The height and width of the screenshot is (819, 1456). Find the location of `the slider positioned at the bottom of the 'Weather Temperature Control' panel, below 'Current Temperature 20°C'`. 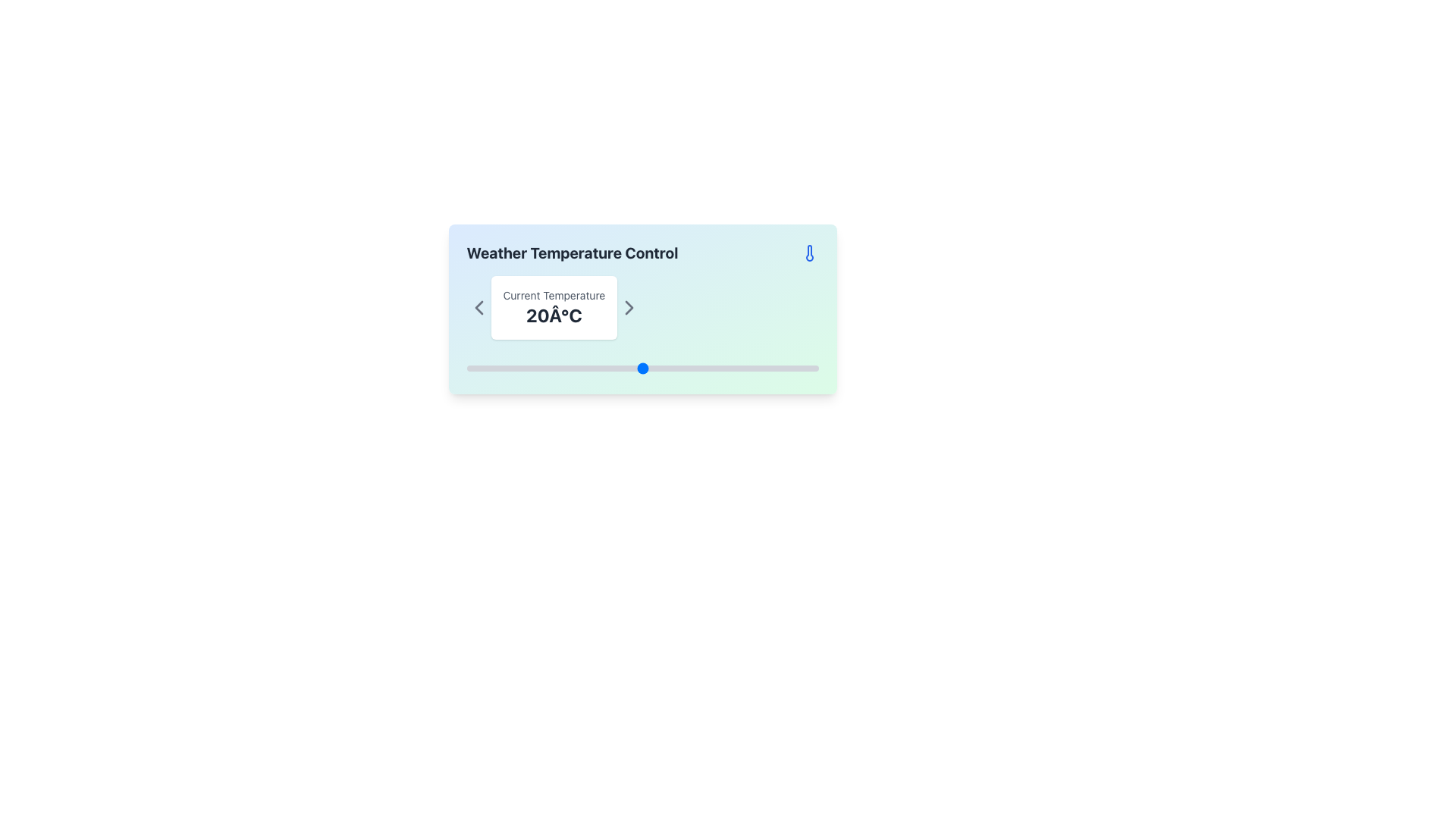

the slider positioned at the bottom of the 'Weather Temperature Control' panel, below 'Current Temperature 20°C' is located at coordinates (642, 366).